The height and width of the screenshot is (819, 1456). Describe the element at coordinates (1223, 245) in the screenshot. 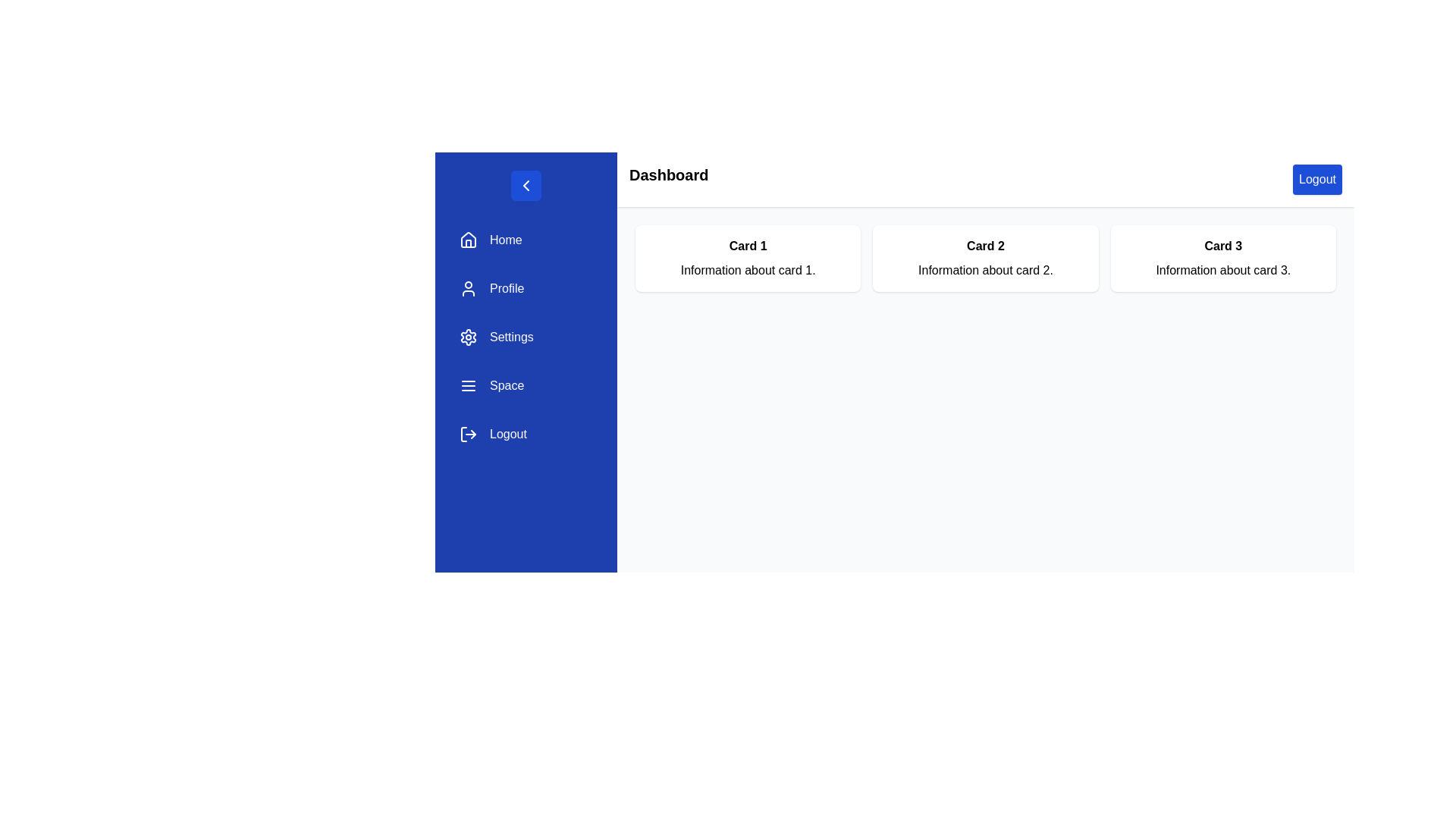

I see `the text label that identifies the card as 'Card 3', which is located at the top of the rightmost card among a set of three cards` at that location.